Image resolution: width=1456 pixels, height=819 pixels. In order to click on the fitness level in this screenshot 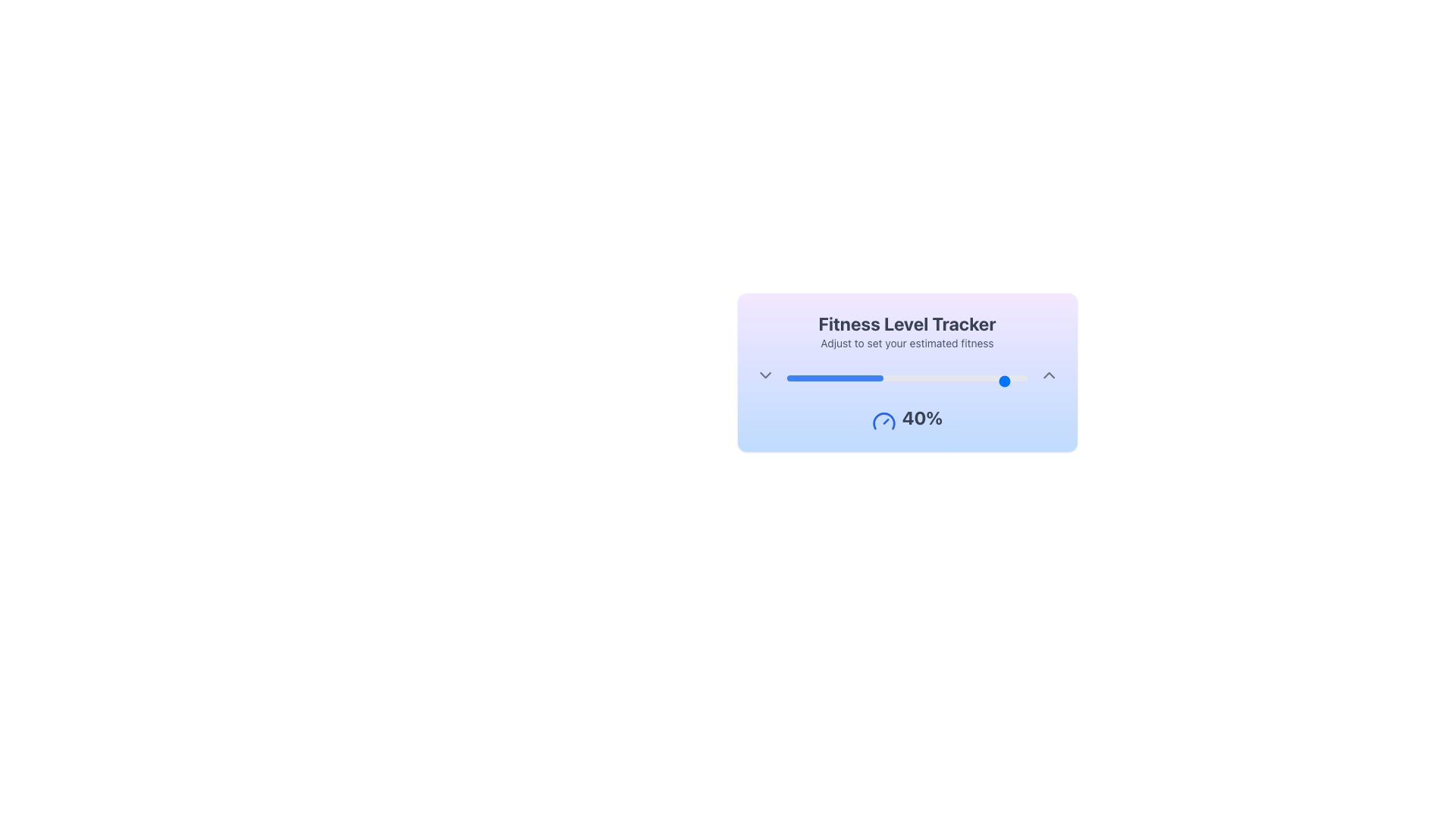, I will do `click(822, 377)`.